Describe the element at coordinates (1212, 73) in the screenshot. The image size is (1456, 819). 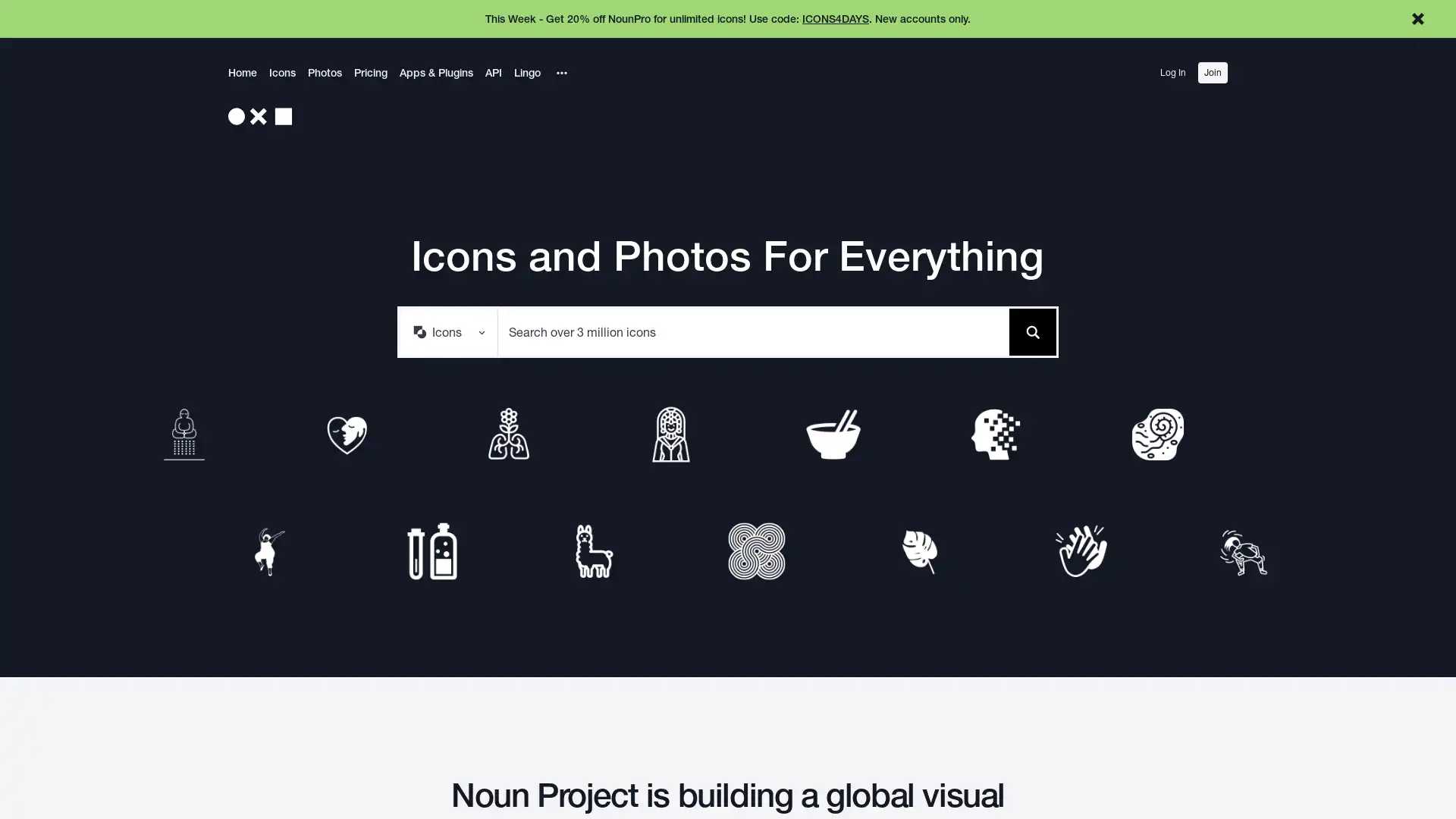
I see `Join` at that location.